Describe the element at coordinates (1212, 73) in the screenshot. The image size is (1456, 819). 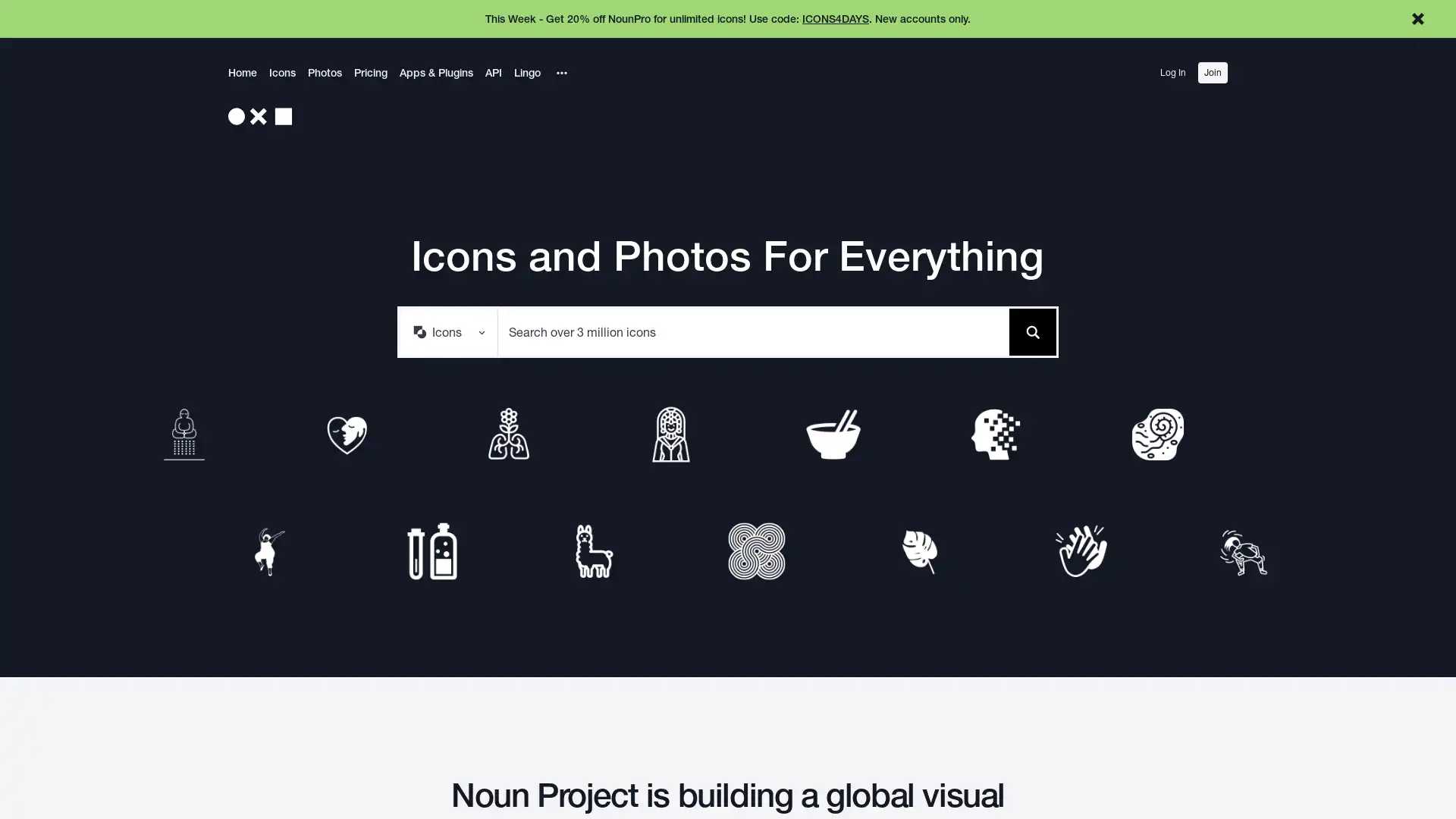
I see `Join` at that location.